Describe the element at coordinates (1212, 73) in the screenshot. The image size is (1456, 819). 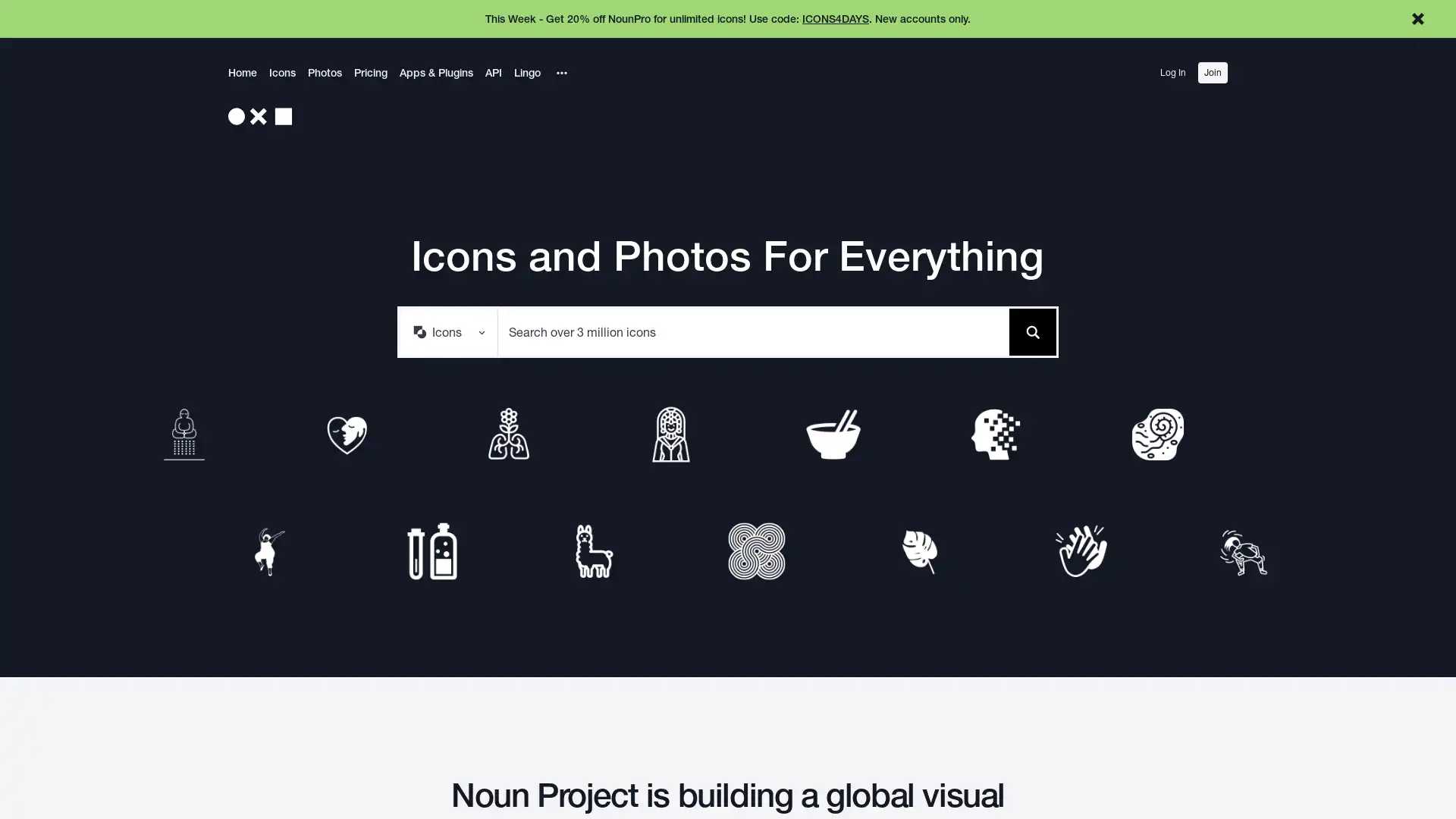
I see `Join` at that location.